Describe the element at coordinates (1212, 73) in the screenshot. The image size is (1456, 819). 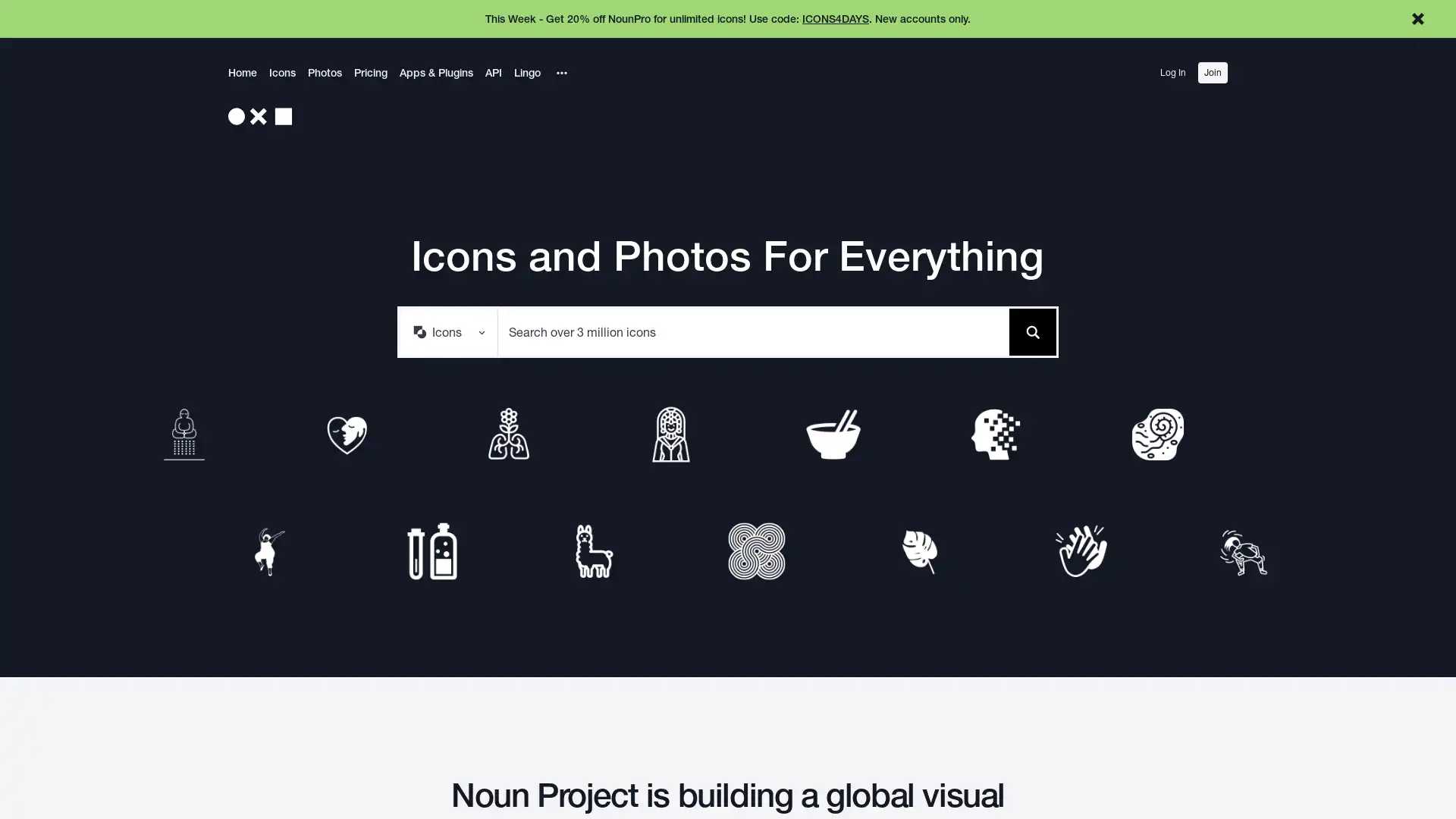
I see `Join` at that location.